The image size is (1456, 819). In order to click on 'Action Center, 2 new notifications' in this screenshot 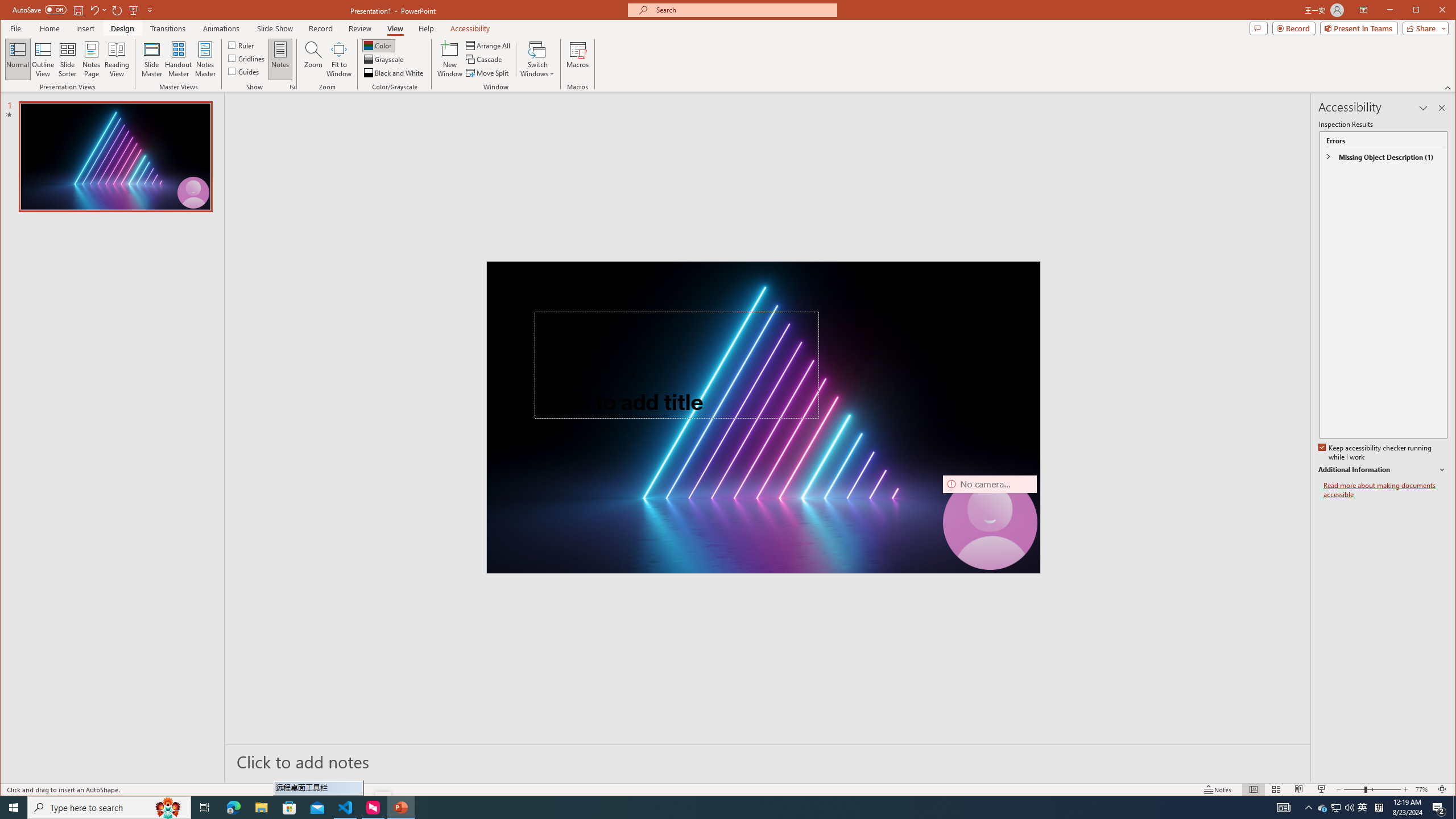, I will do `click(1439, 806)`.